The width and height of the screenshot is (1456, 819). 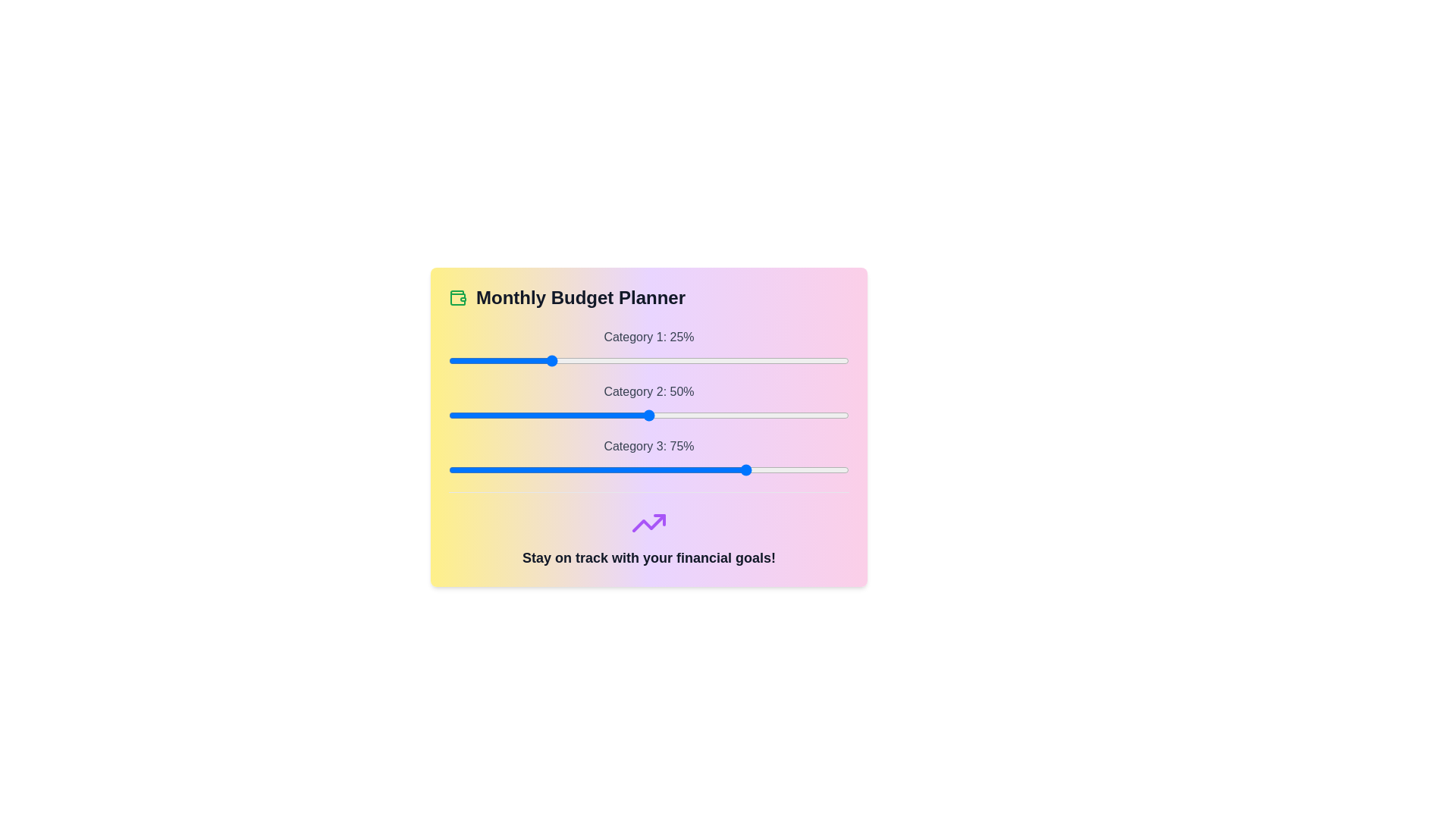 What do you see at coordinates (548, 360) in the screenshot?
I see `the slider for Category 1 to 25%` at bounding box center [548, 360].